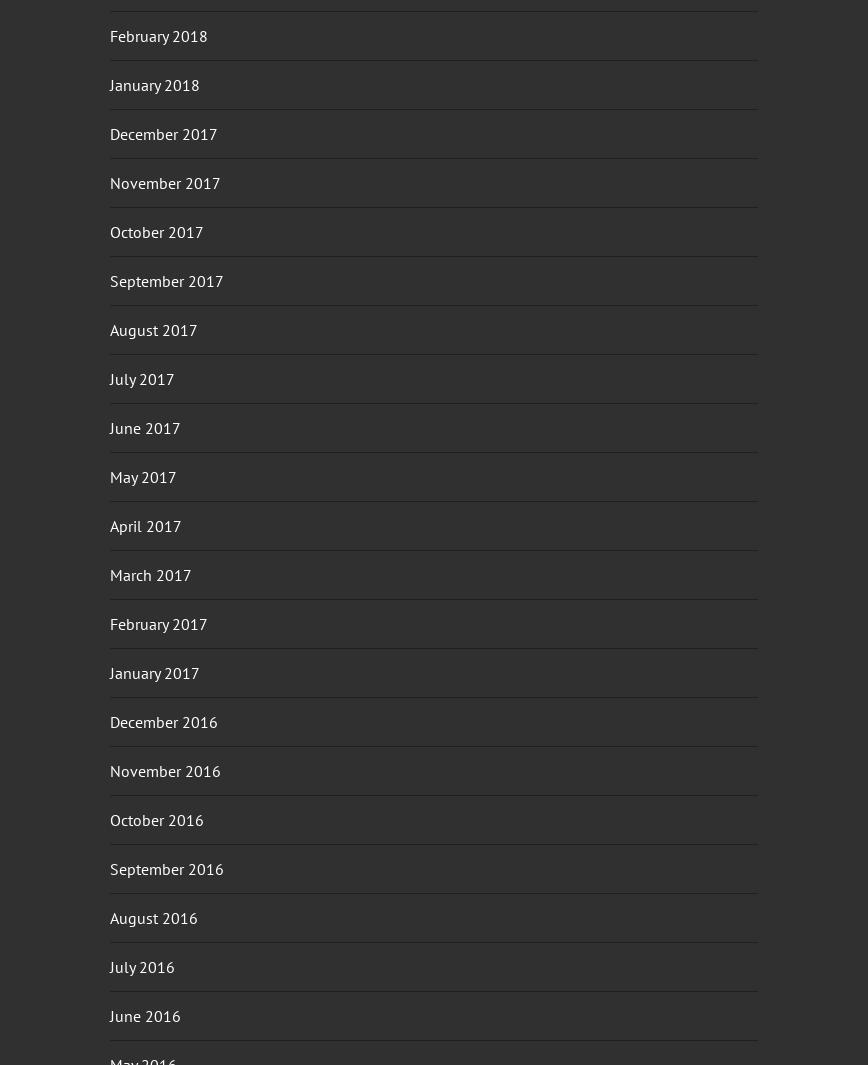 The image size is (868, 1065). I want to click on 'August 2017', so click(153, 327).